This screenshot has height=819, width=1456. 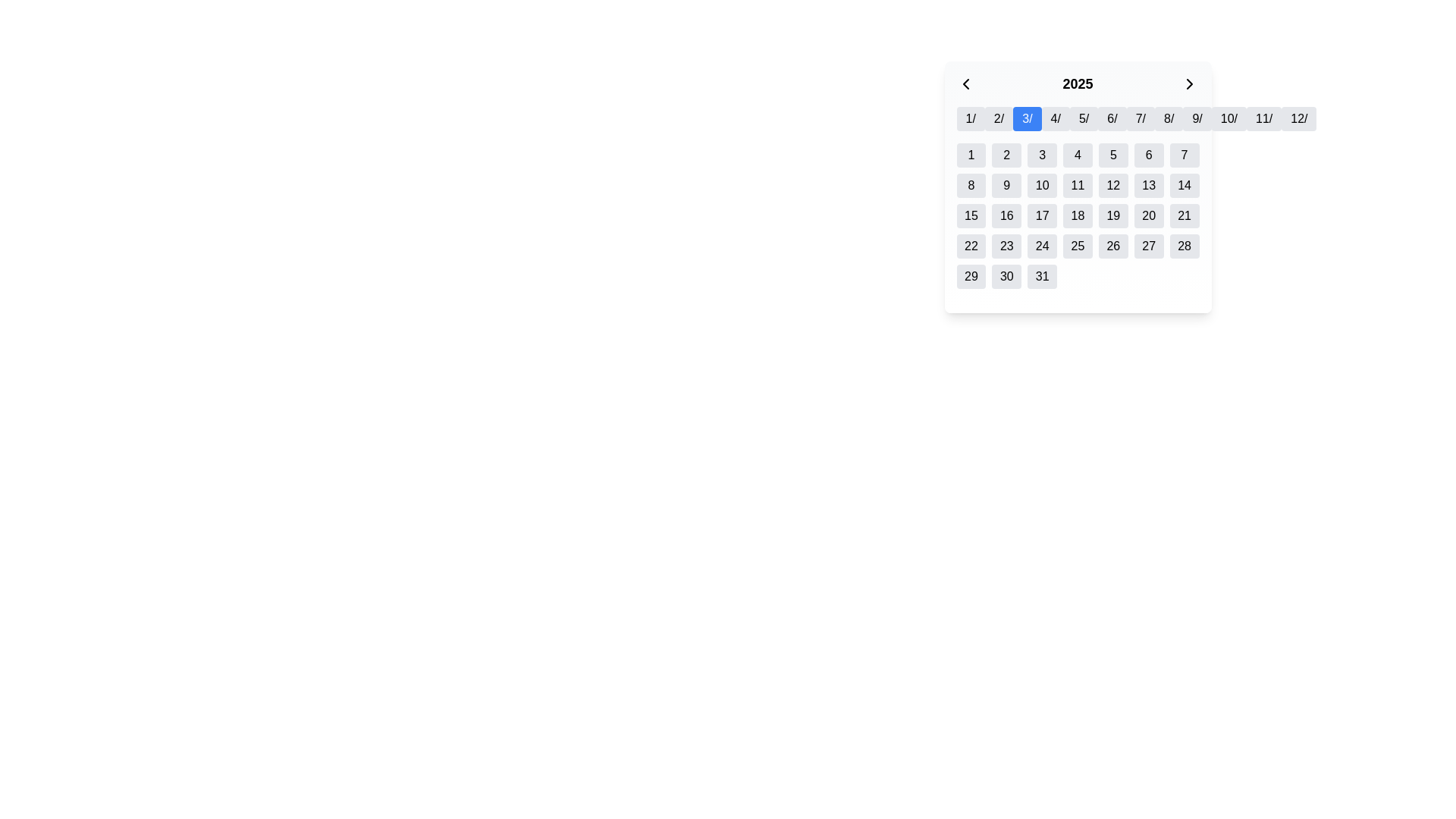 I want to click on the button with the text '16' in a calendar grid layout, so click(x=1006, y=216).